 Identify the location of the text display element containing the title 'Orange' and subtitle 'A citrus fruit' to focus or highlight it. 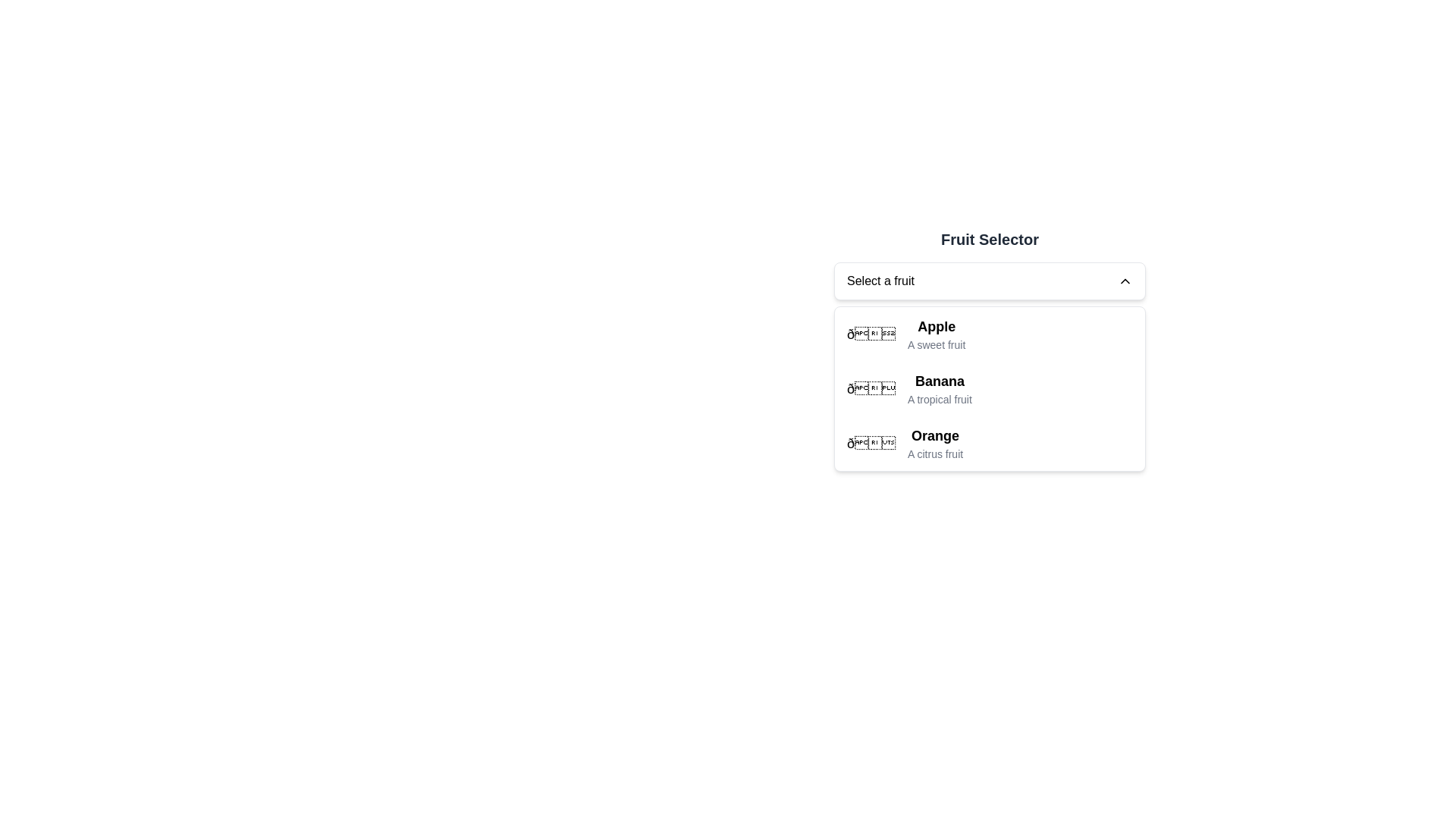
(934, 444).